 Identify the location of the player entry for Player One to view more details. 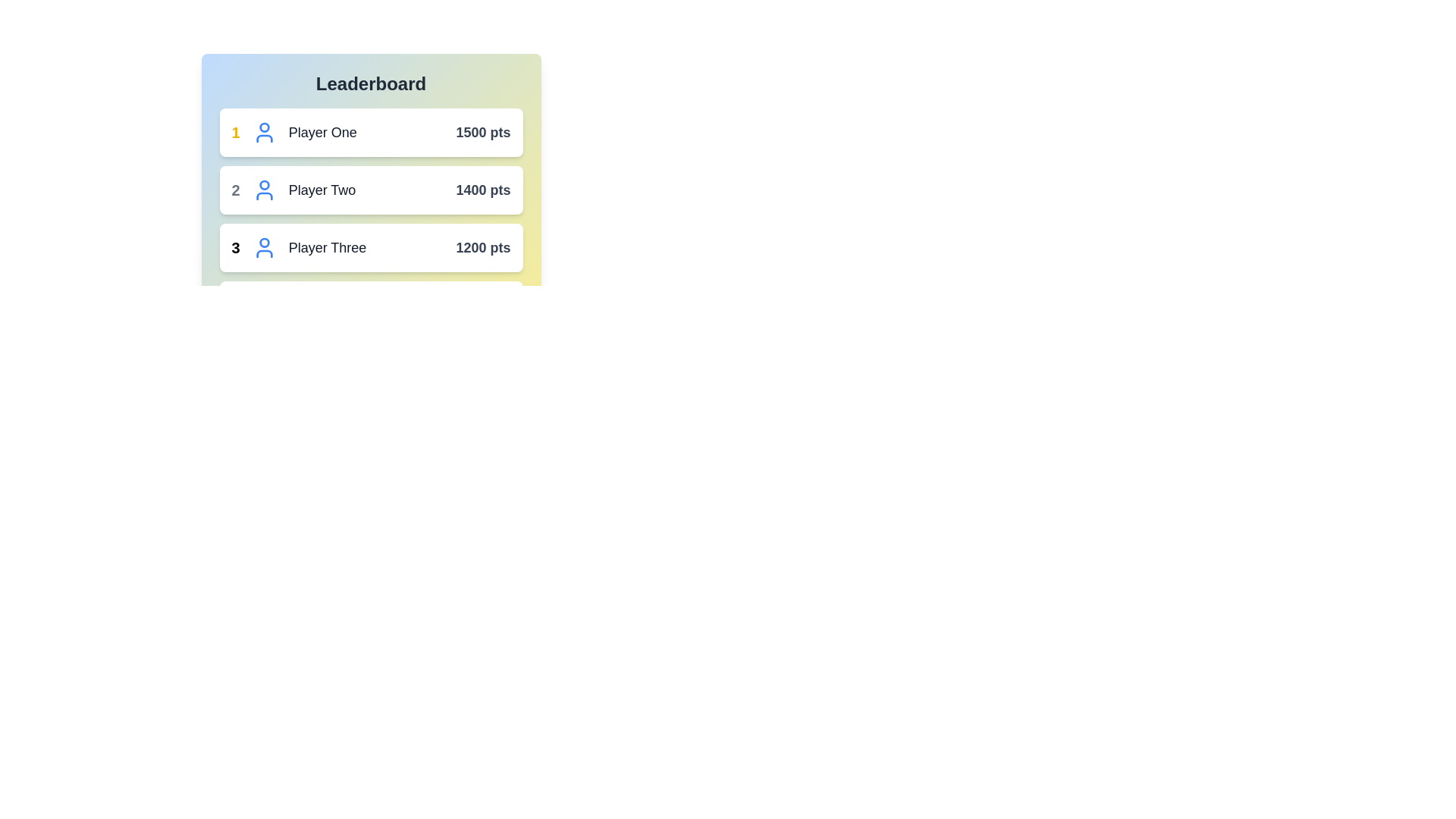
(371, 131).